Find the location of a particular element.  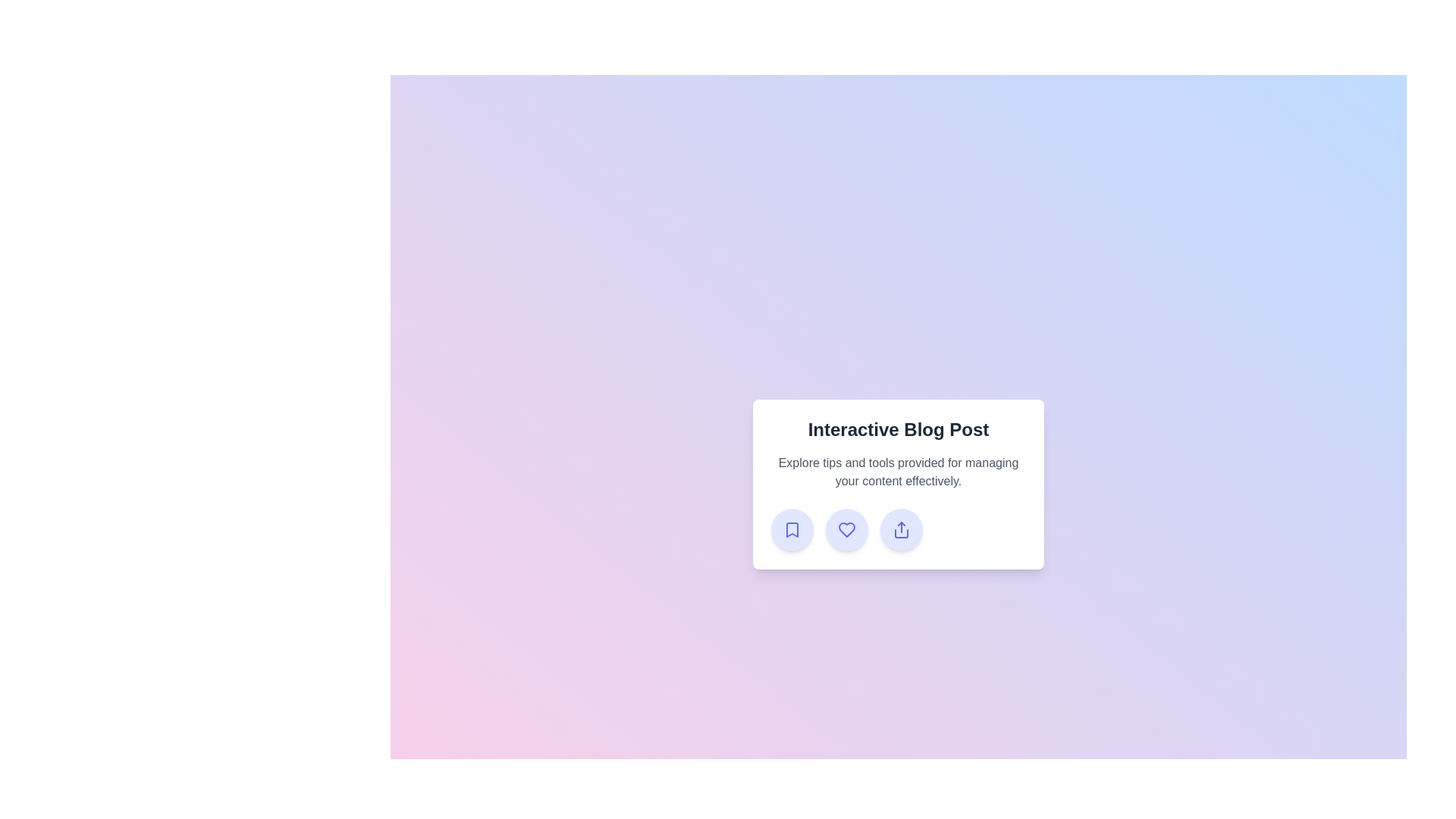

the heart icon, which is centered within a circular button located at the bottom area of the card layout, to interact with the action is located at coordinates (846, 529).